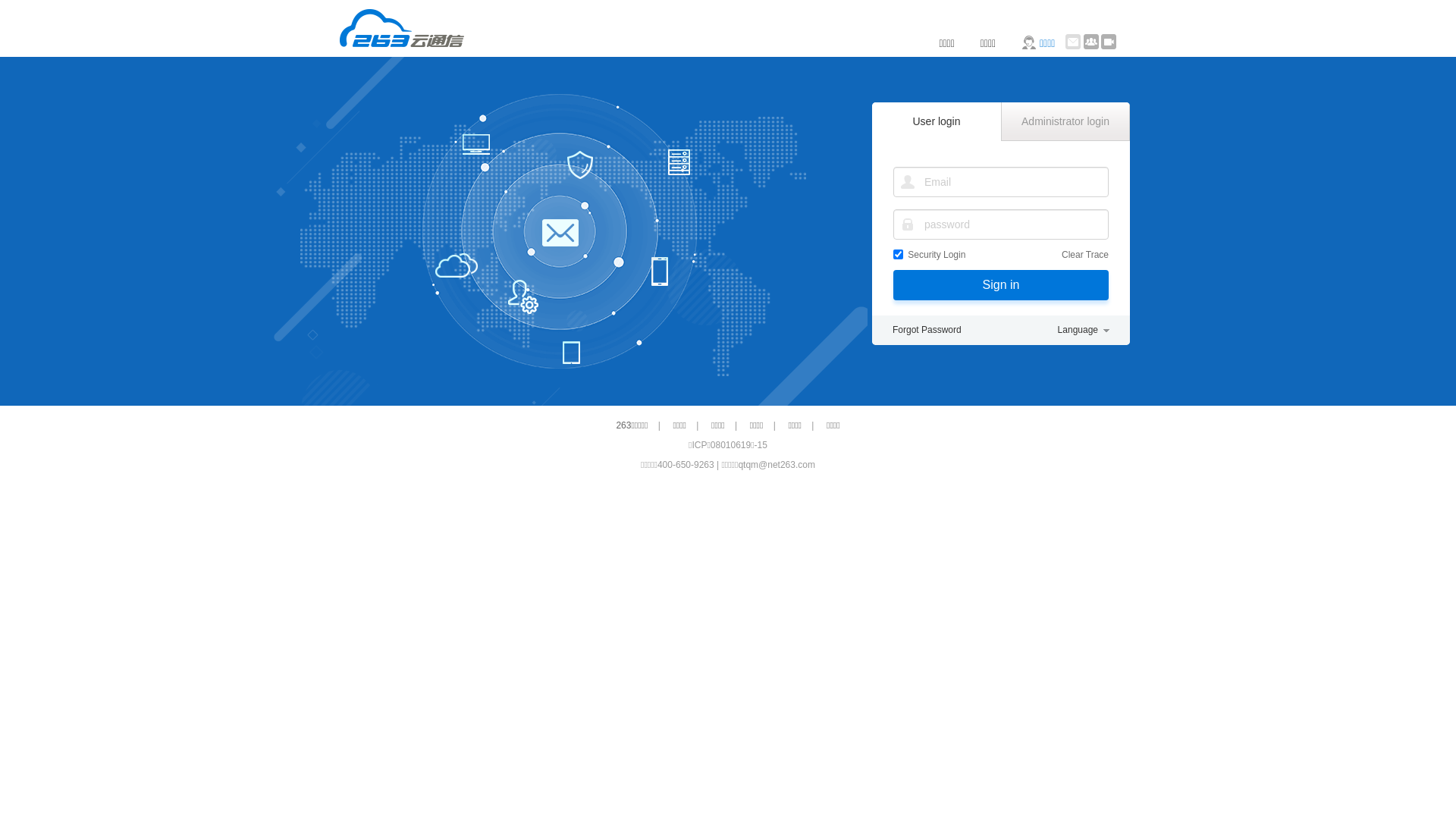  I want to click on 'Language', so click(1083, 329).